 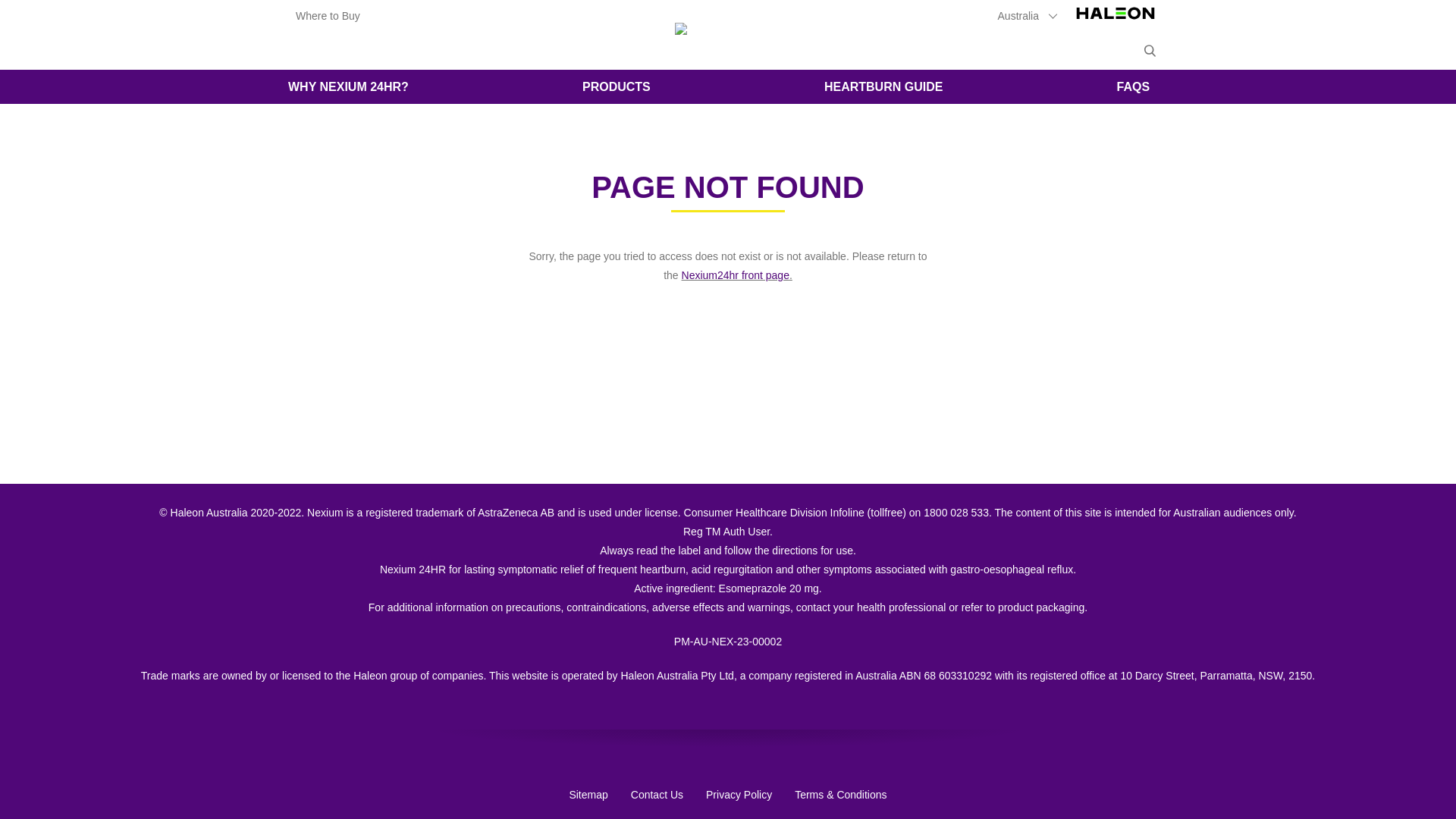 What do you see at coordinates (1094, 86) in the screenshot?
I see `'FAQS'` at bounding box center [1094, 86].